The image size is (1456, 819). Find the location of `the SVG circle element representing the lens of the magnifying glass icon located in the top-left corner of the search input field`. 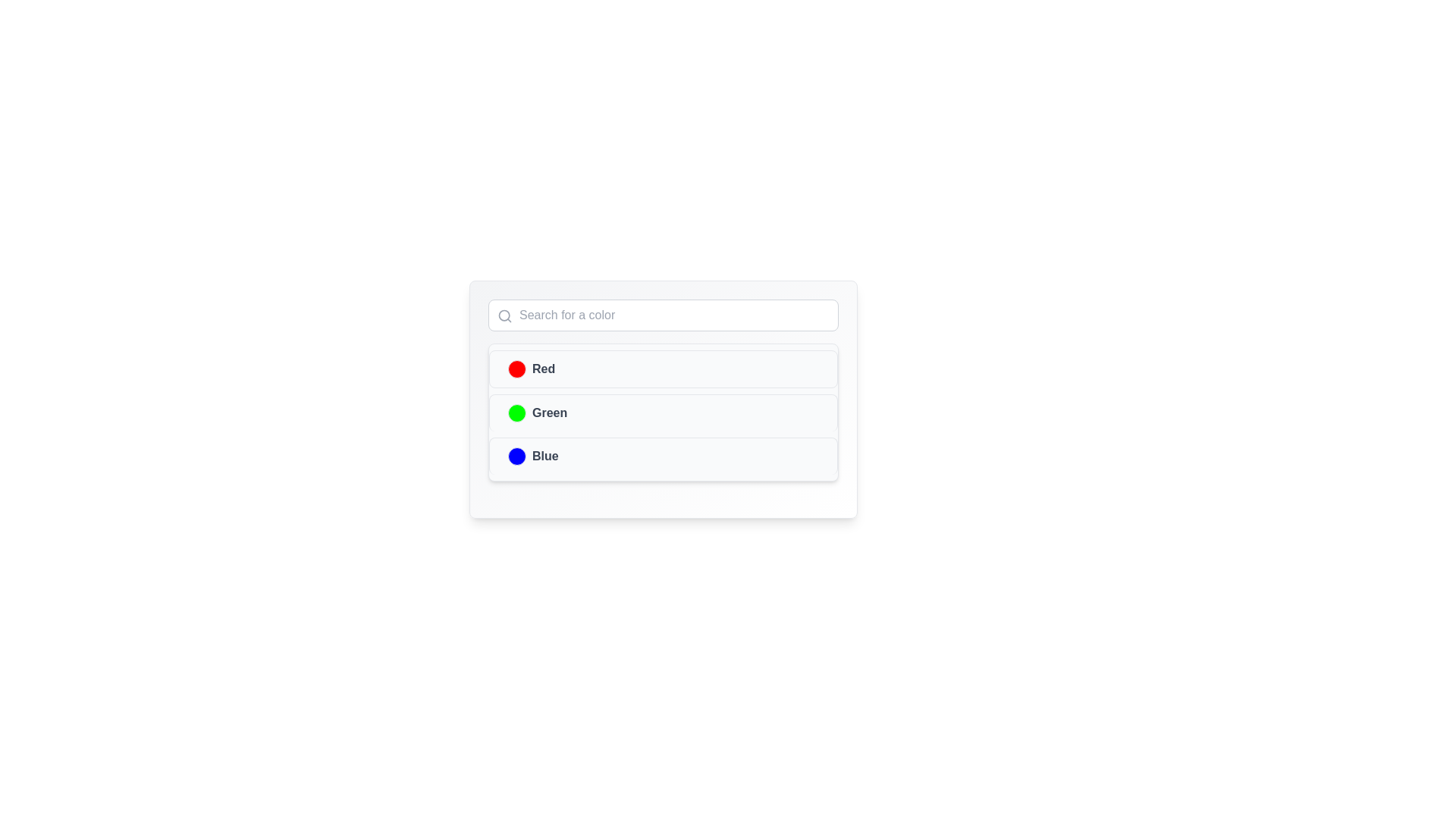

the SVG circle element representing the lens of the magnifying glass icon located in the top-left corner of the search input field is located at coordinates (504, 315).